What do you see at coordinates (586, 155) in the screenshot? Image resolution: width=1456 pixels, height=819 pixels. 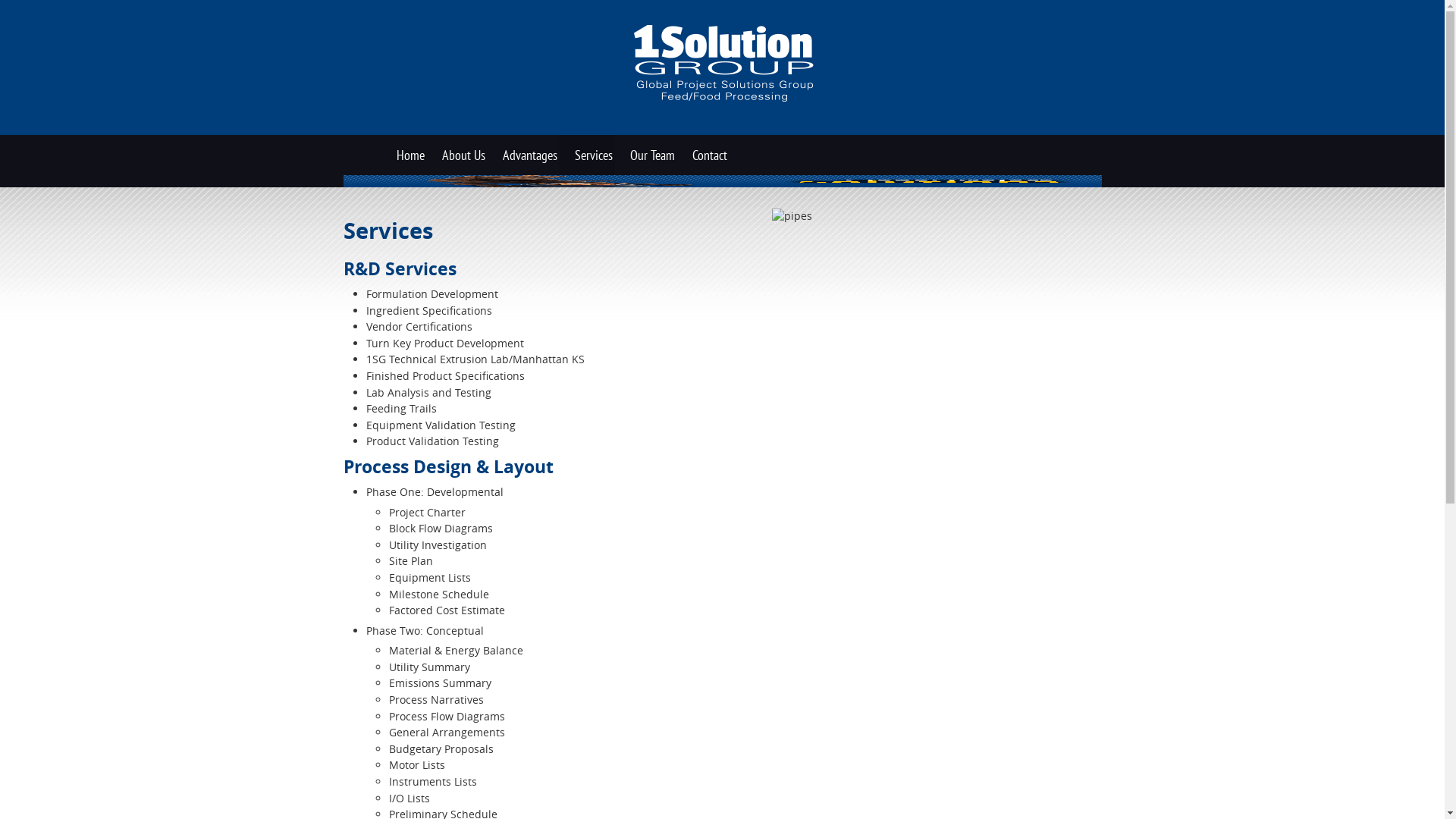 I see `'Services'` at bounding box center [586, 155].